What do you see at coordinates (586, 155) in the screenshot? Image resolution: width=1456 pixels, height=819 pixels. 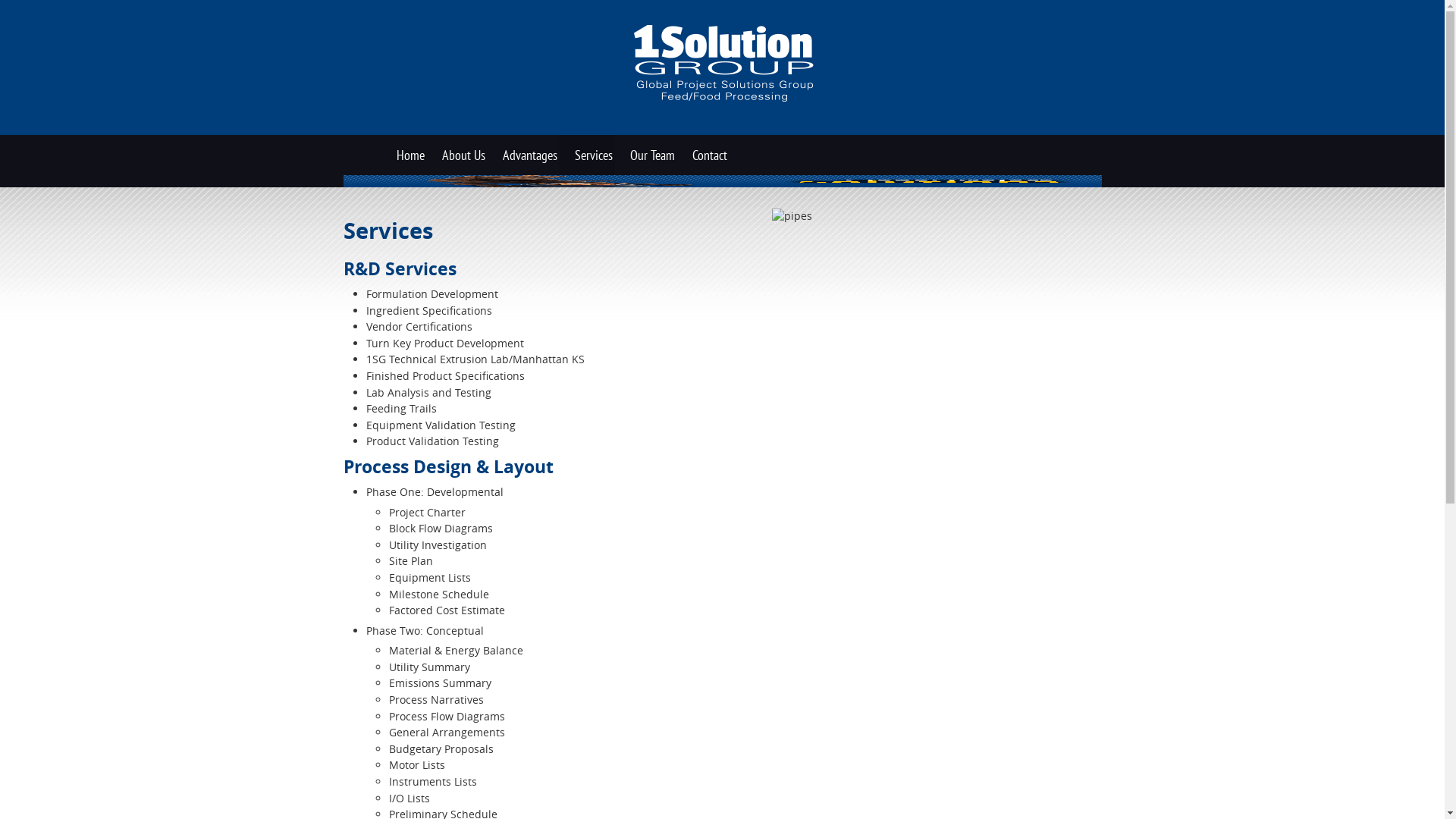 I see `'Services'` at bounding box center [586, 155].